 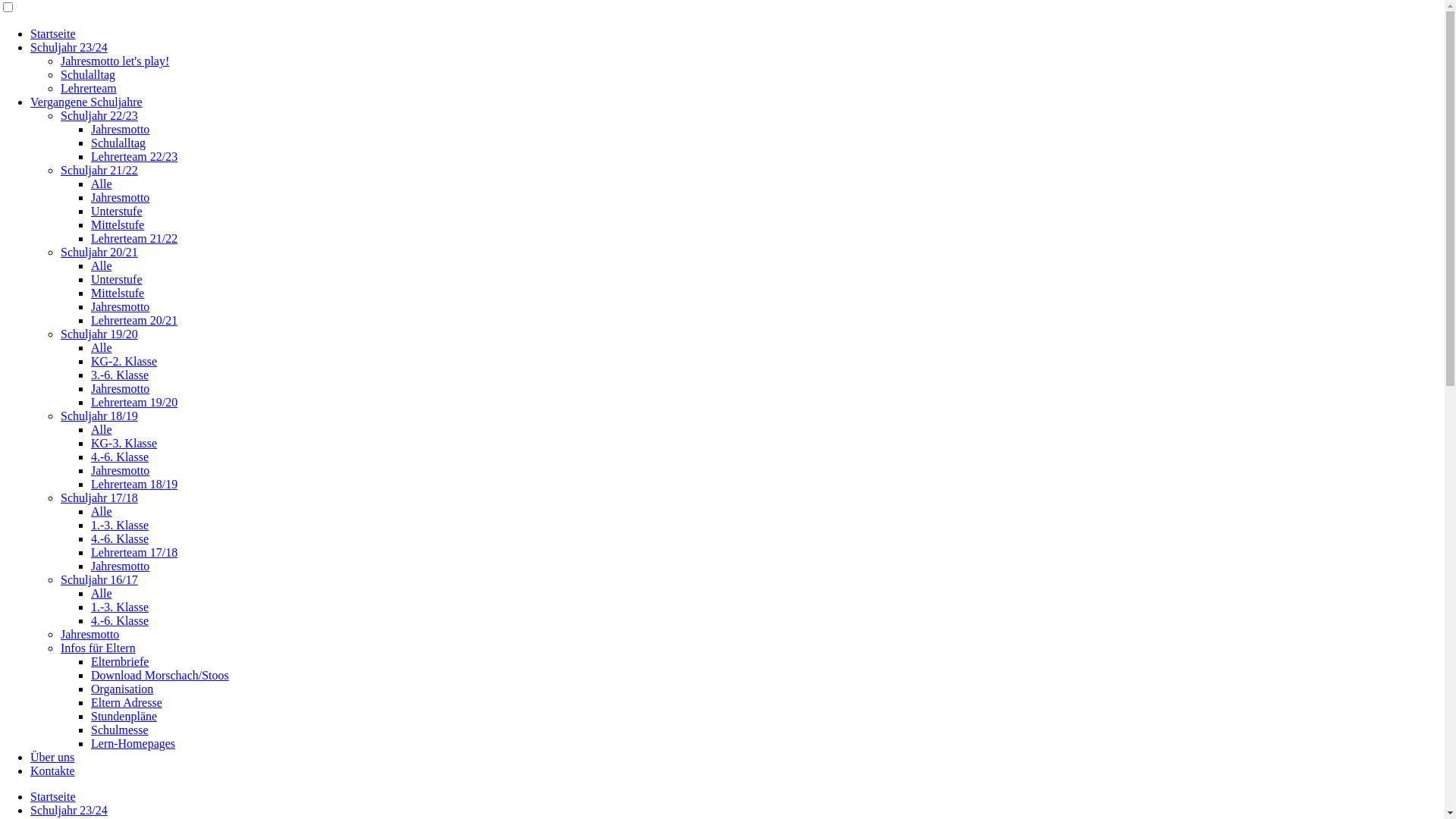 What do you see at coordinates (101, 429) in the screenshot?
I see `'Alle'` at bounding box center [101, 429].